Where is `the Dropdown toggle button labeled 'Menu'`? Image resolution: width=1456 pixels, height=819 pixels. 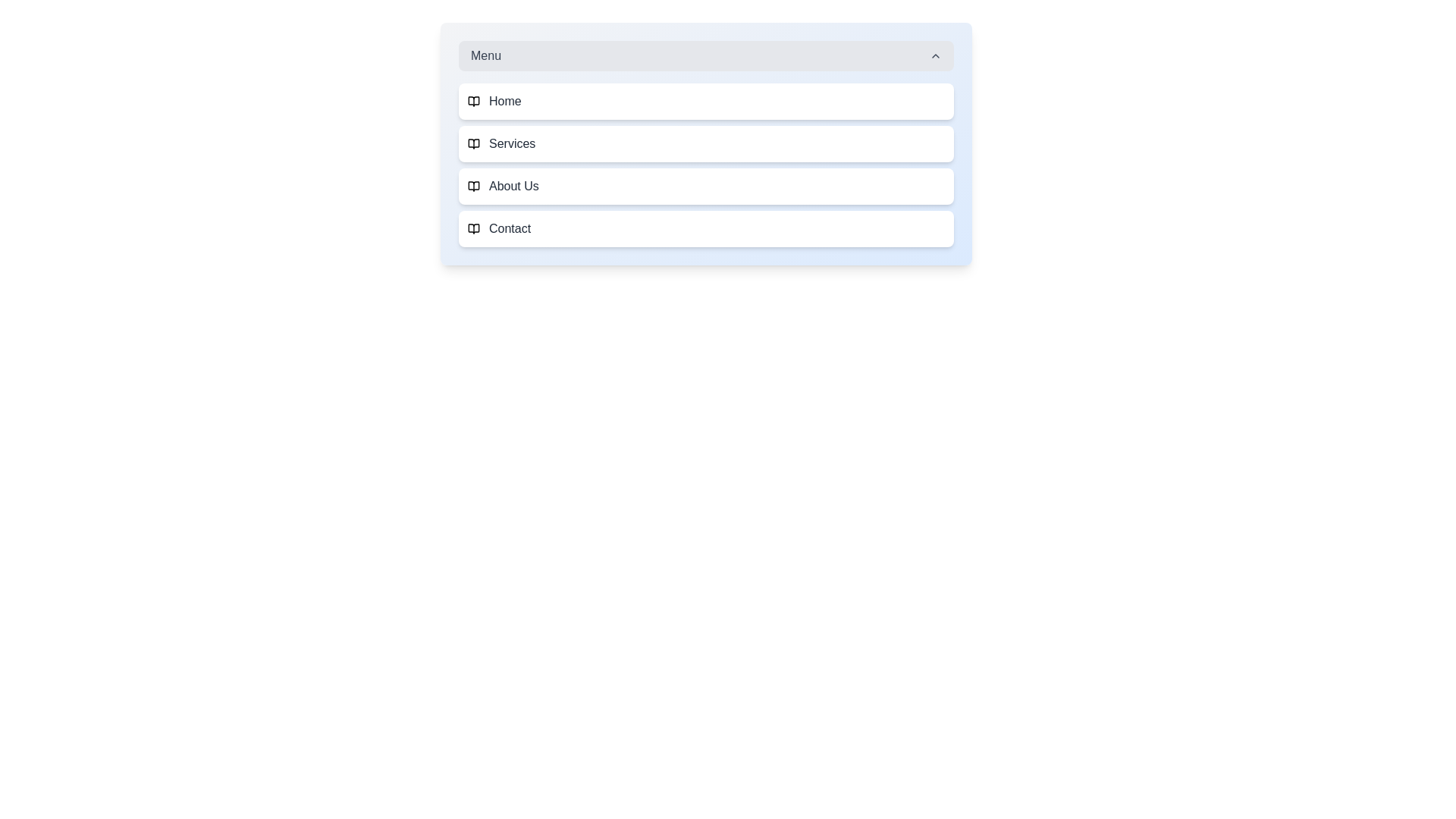 the Dropdown toggle button labeled 'Menu' is located at coordinates (705, 55).